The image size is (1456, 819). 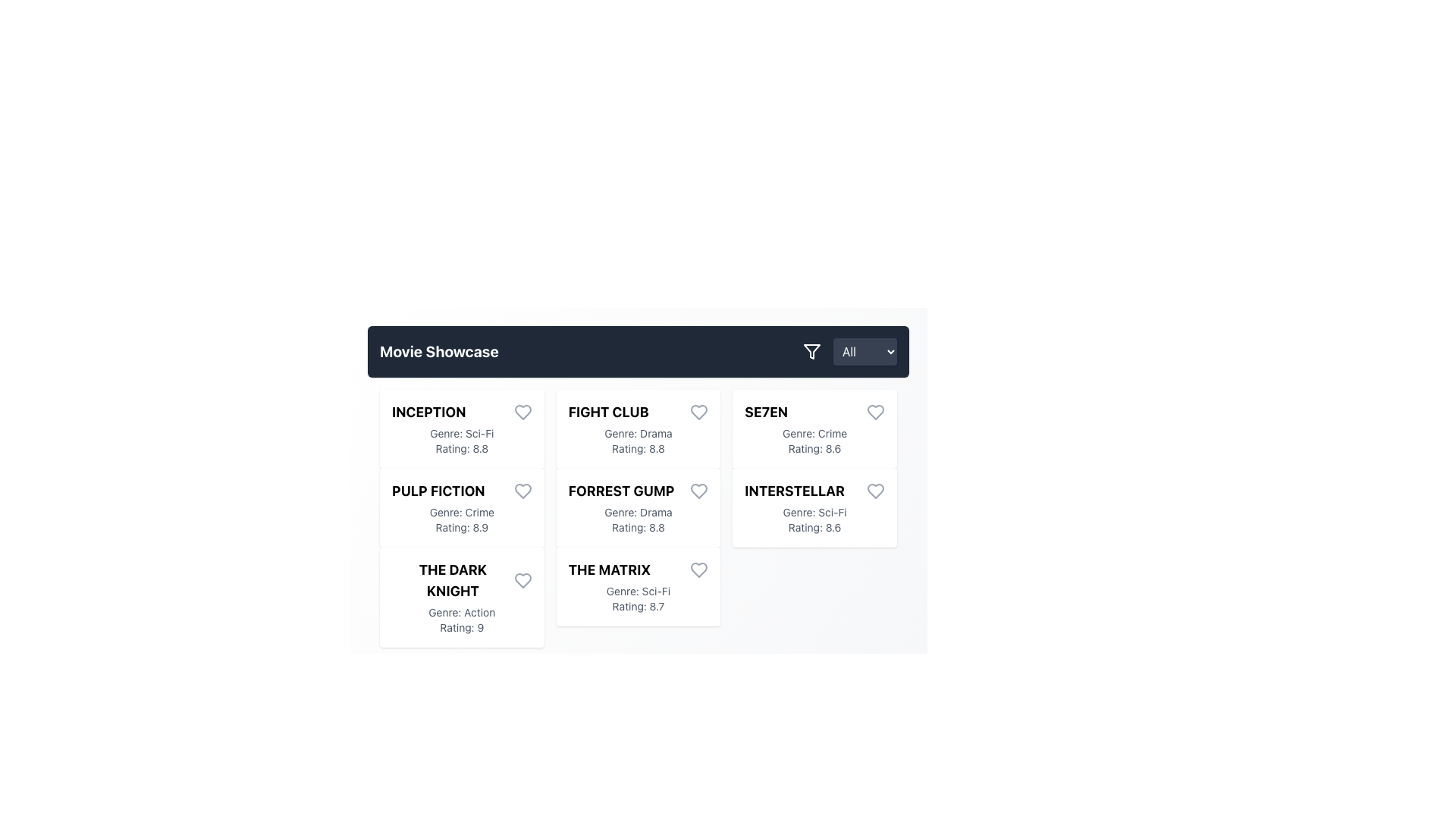 What do you see at coordinates (656, 433) in the screenshot?
I see `the text label displaying 'Drama' which indicates the genre of the movie 'Fight Club'` at bounding box center [656, 433].